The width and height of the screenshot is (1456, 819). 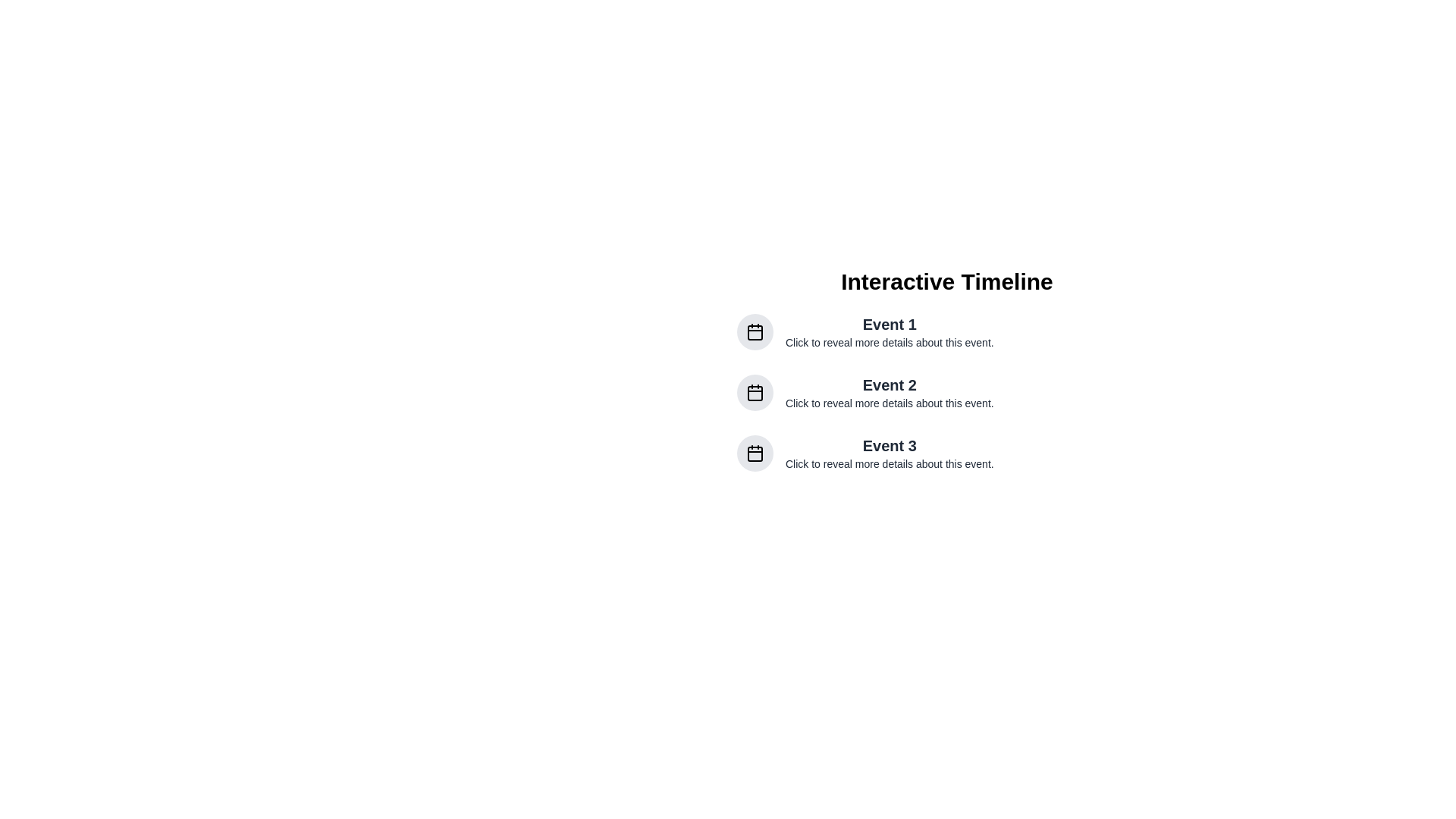 I want to click on the second list item in the 'Interactive Timeline' labeled 'Event 2', so click(x=946, y=391).